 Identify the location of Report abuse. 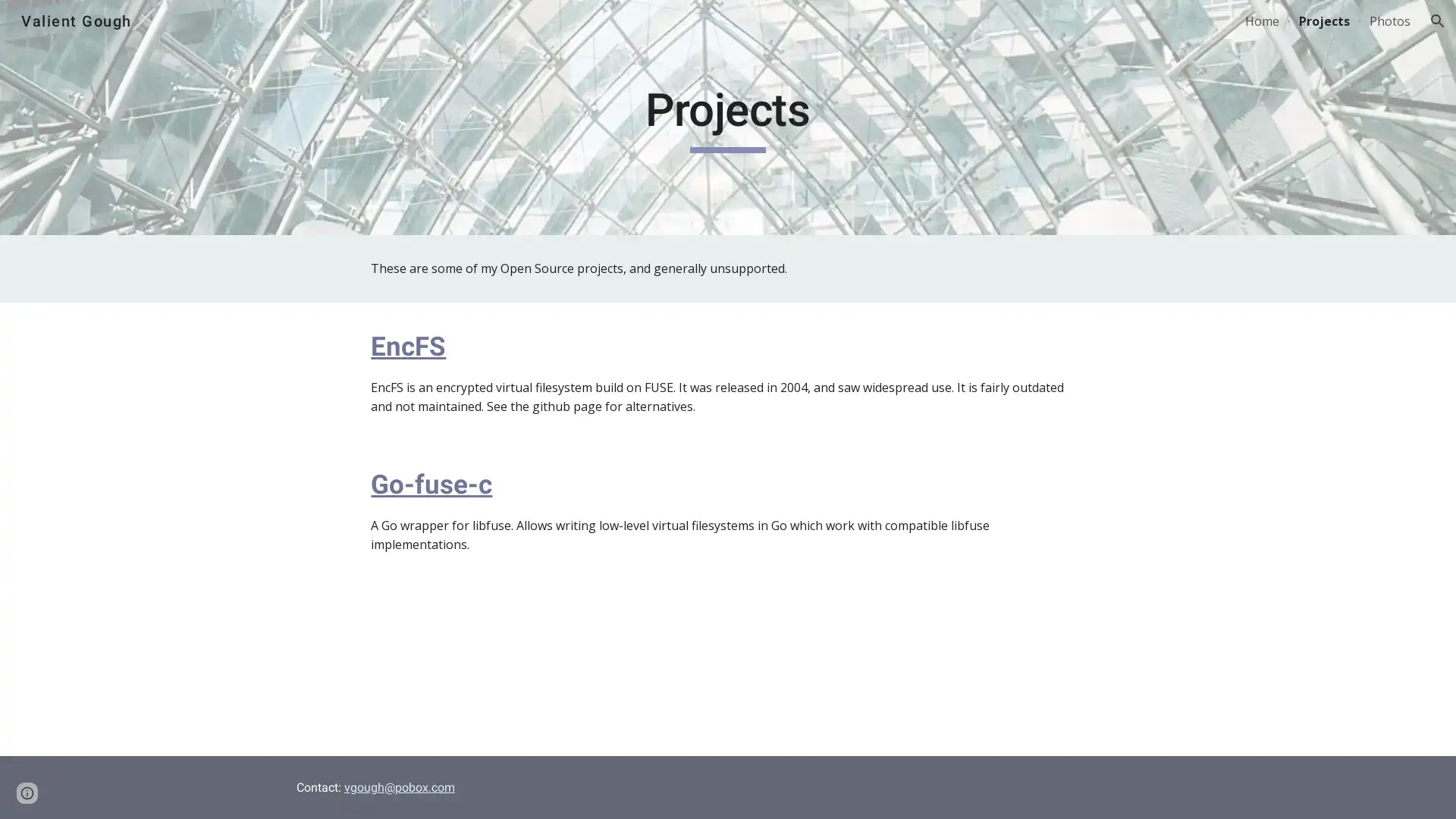
(182, 792).